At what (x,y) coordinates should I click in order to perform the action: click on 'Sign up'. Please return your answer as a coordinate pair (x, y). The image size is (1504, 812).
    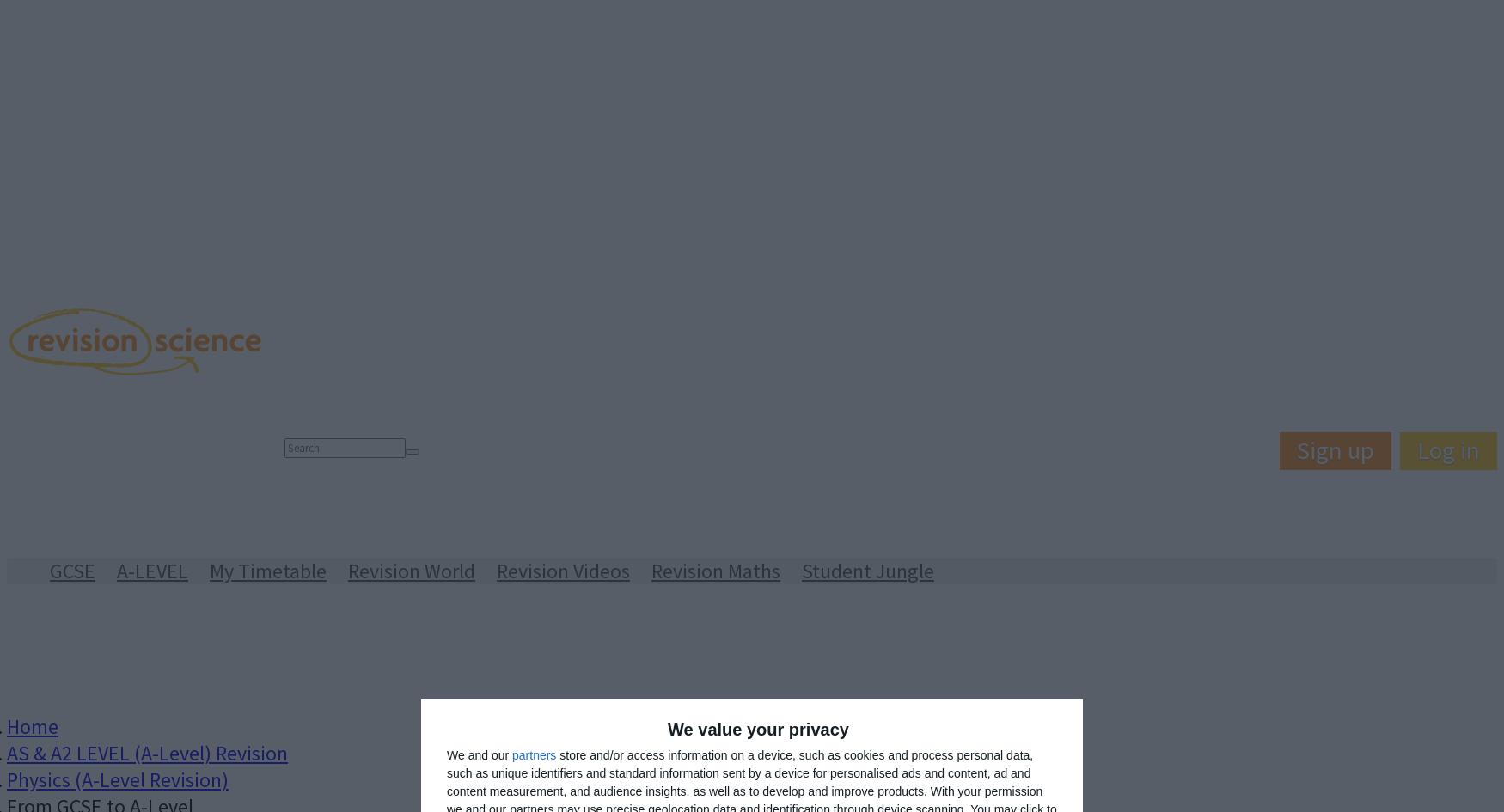
    Looking at the image, I should click on (1335, 449).